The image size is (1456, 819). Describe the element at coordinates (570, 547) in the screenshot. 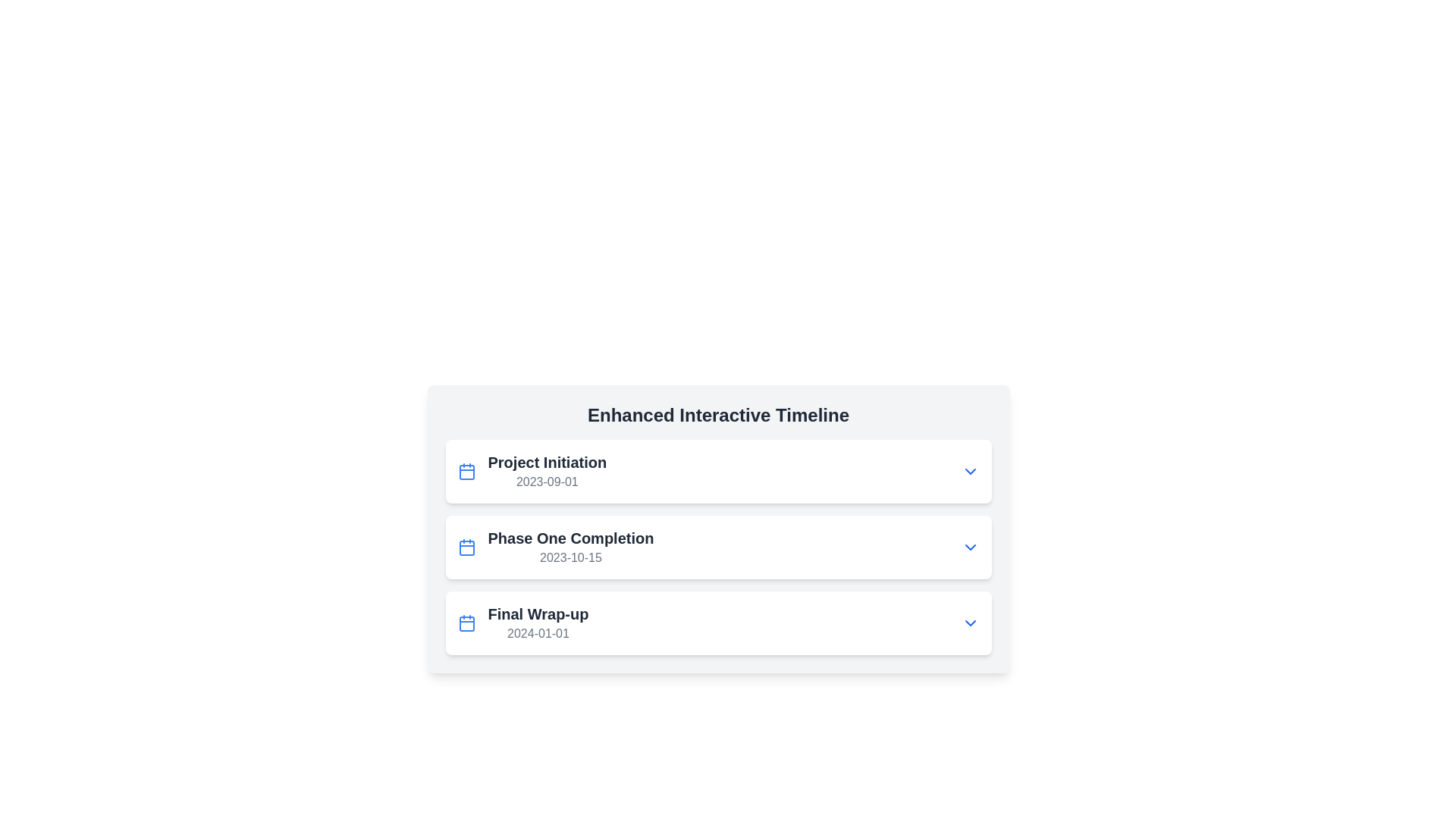

I see `the Text Label with Subtext displaying 'Phase One Completion' and '2023-10-15' in the second item of the vertical timeline interface` at that location.